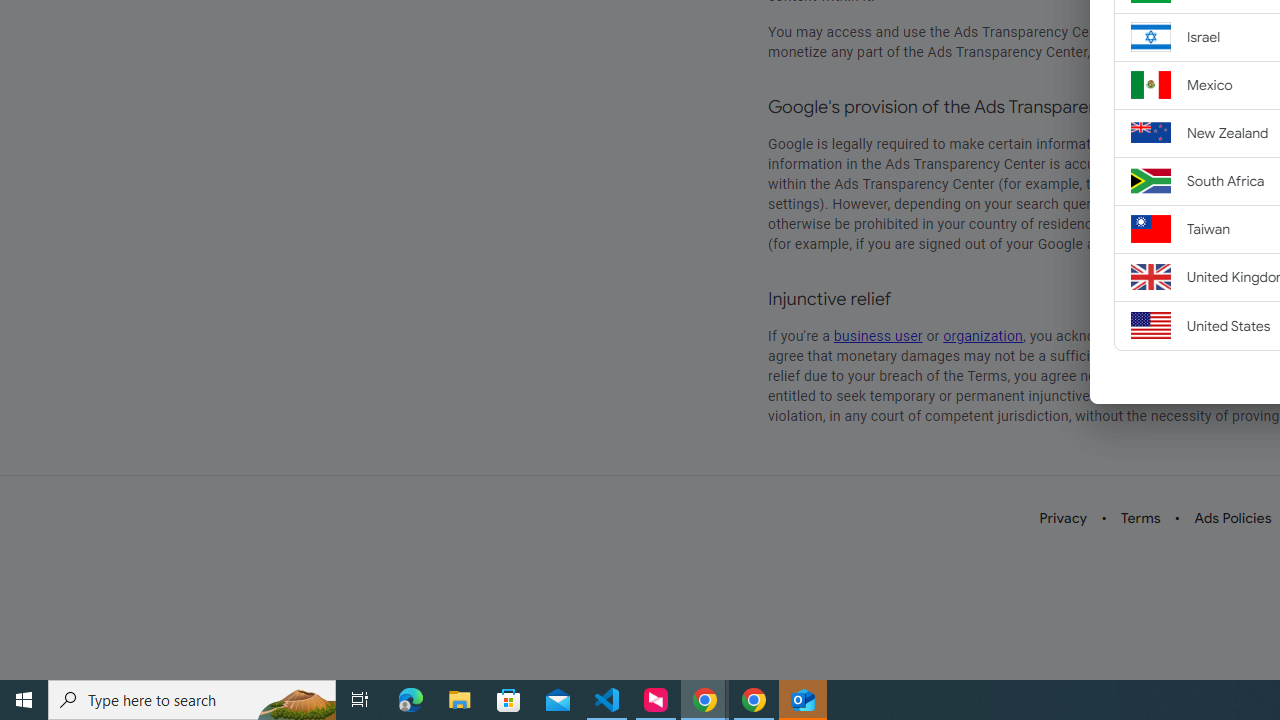  I want to click on 'organization', so click(983, 335).